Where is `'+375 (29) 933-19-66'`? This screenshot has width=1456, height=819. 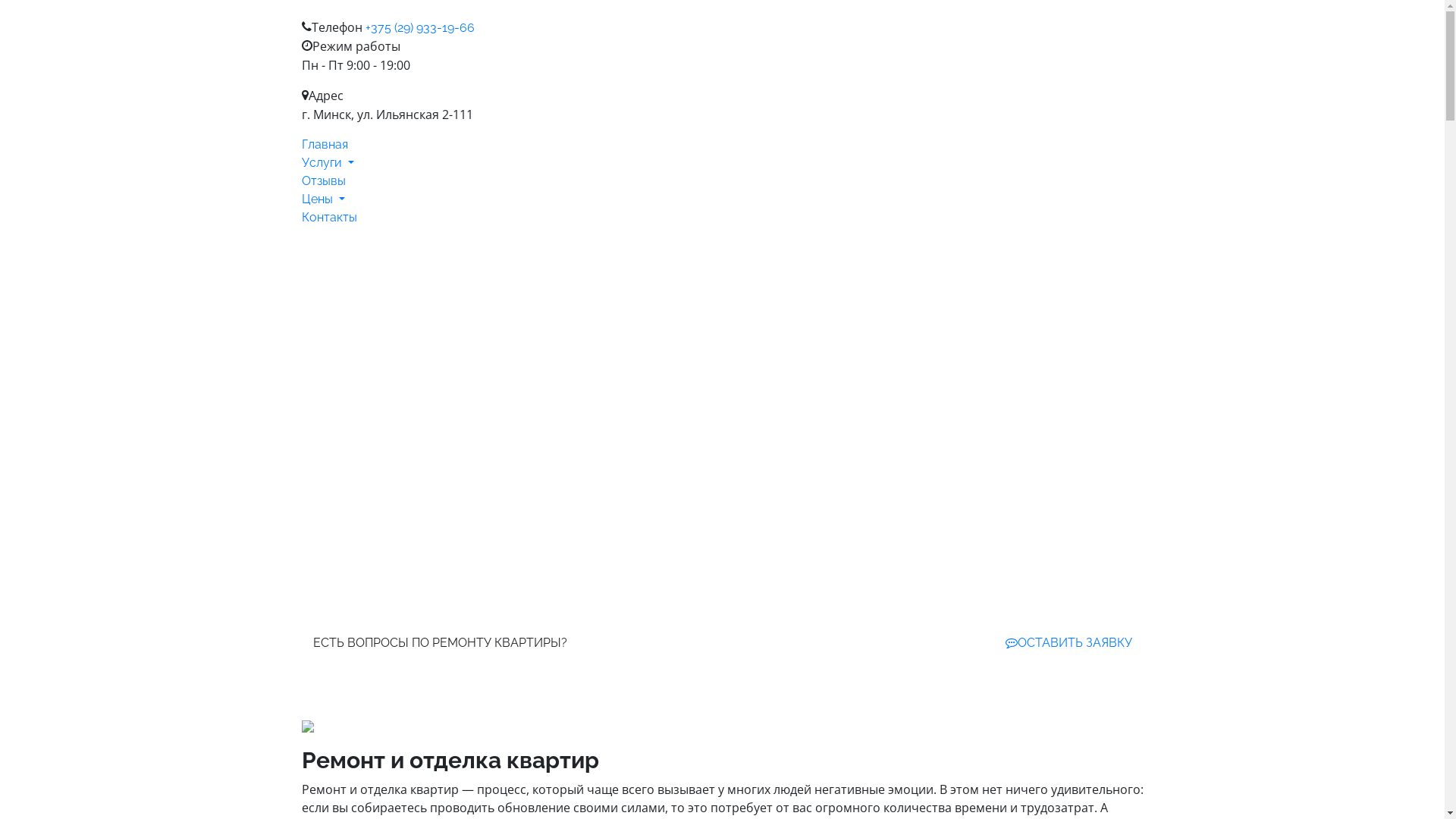 '+375 (29) 933-19-66' is located at coordinates (419, 27).